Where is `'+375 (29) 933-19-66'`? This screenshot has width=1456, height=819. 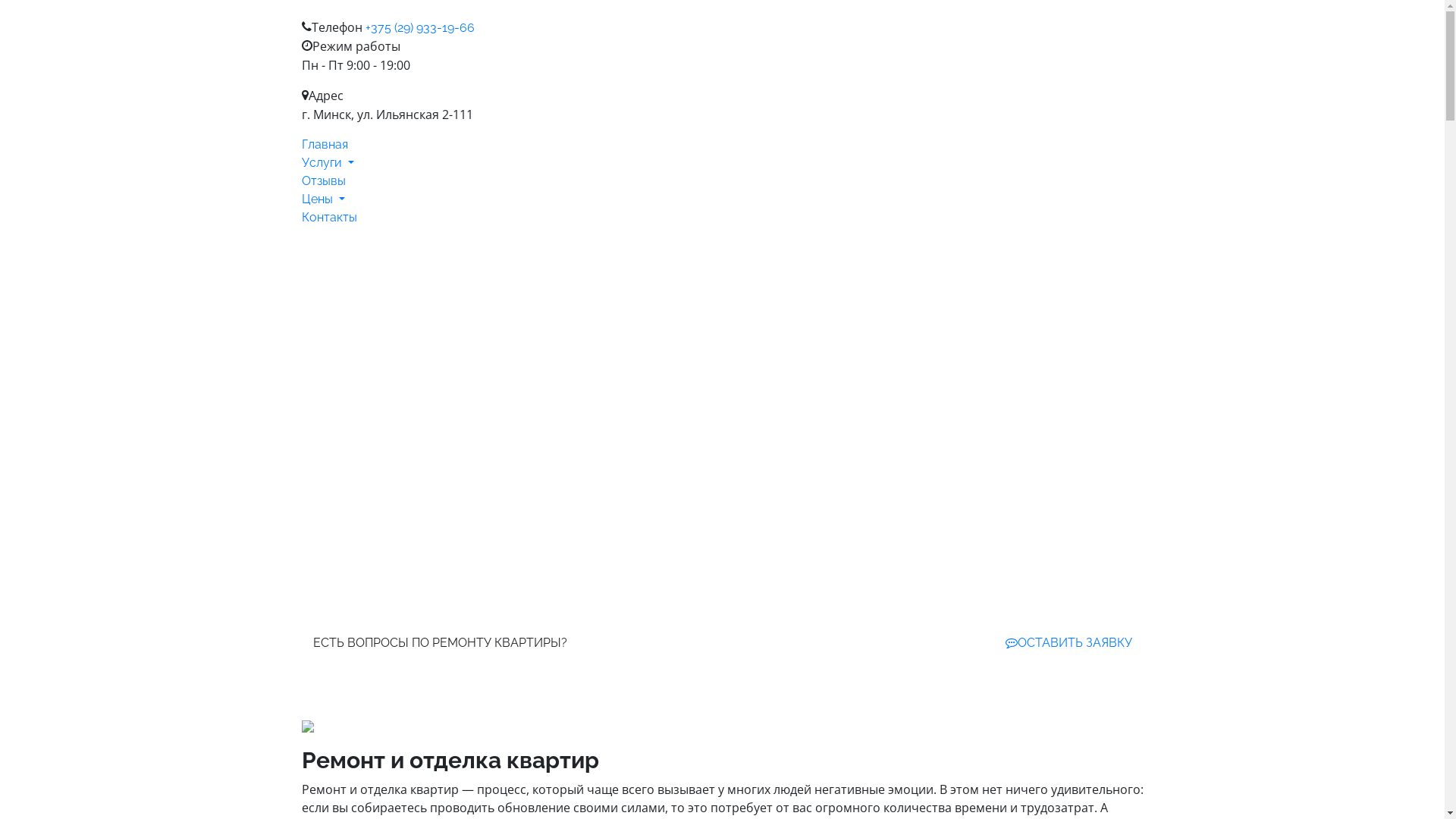 '+375 (29) 933-19-66' is located at coordinates (419, 27).